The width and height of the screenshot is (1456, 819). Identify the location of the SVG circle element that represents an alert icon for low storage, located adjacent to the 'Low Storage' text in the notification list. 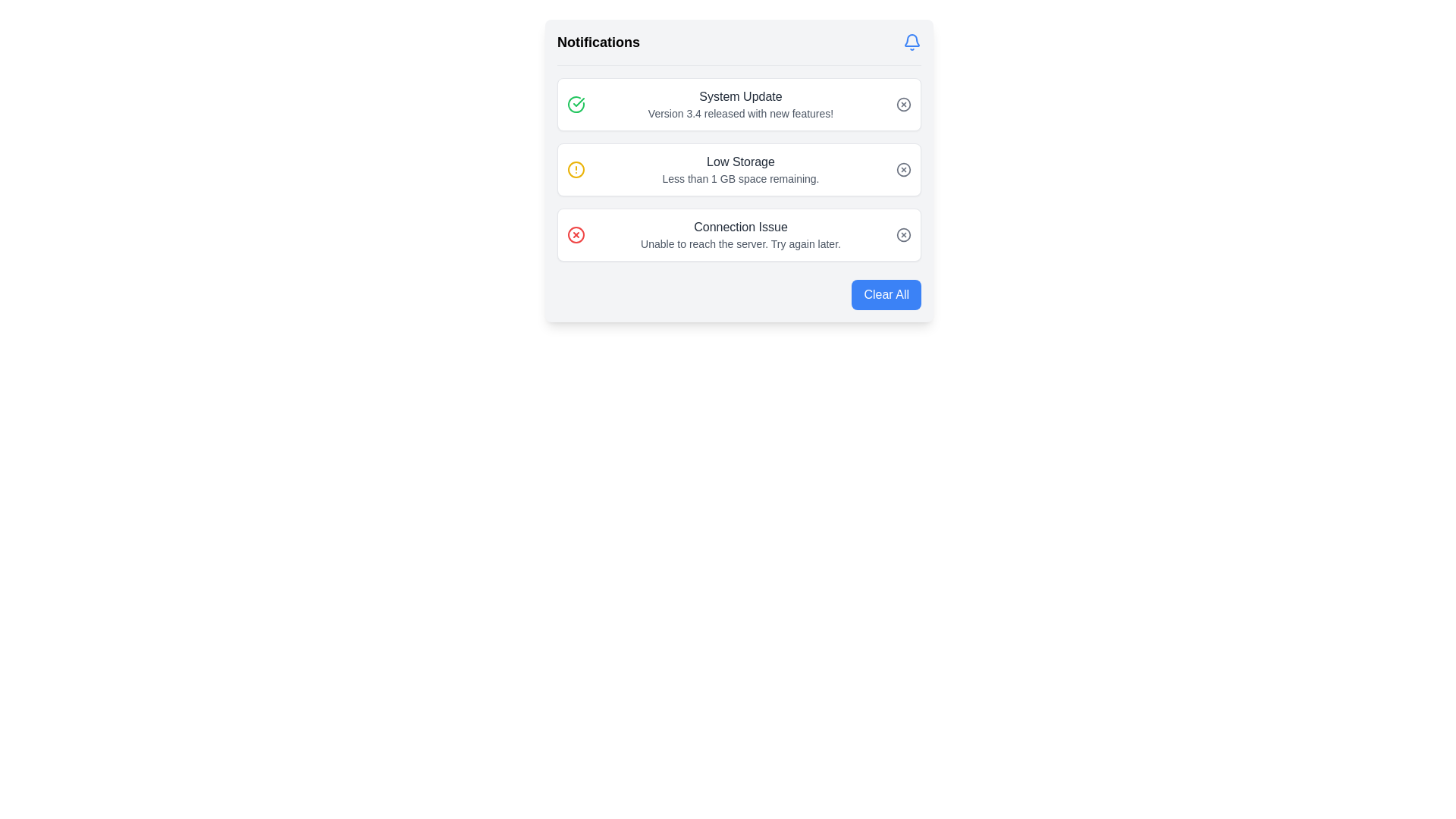
(575, 169).